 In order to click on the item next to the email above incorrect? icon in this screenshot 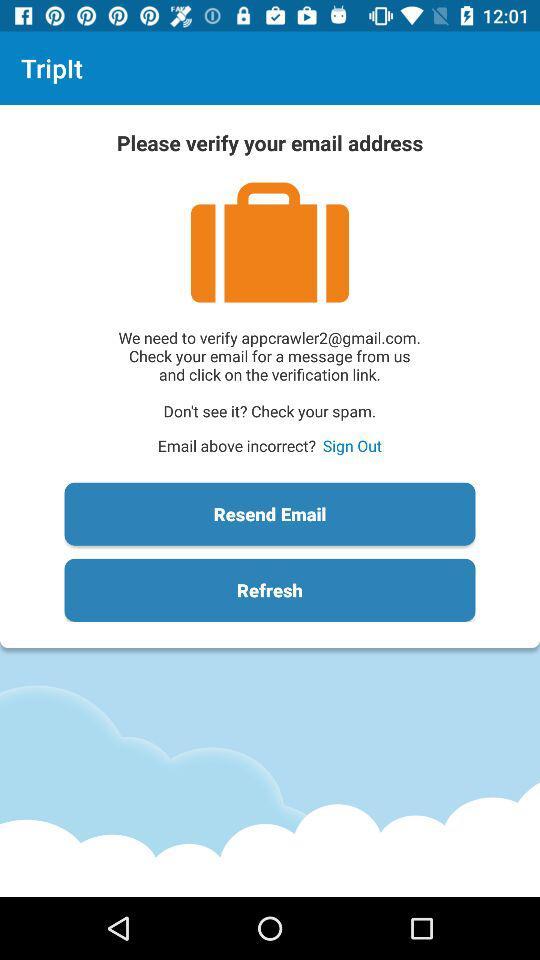, I will do `click(351, 445)`.